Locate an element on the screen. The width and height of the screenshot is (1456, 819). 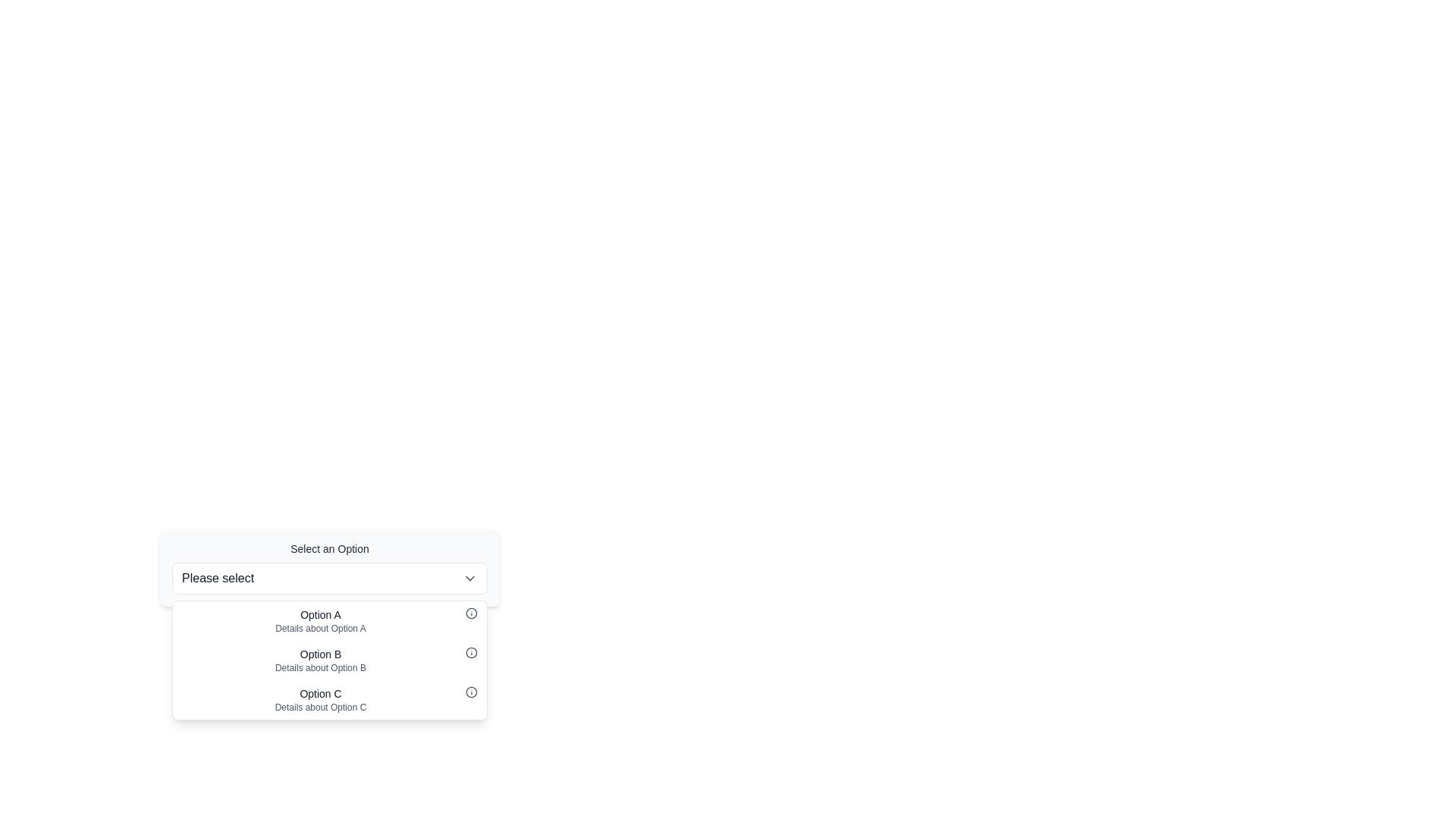
the 'Option A' selection in the dropdown menu is located at coordinates (319, 620).